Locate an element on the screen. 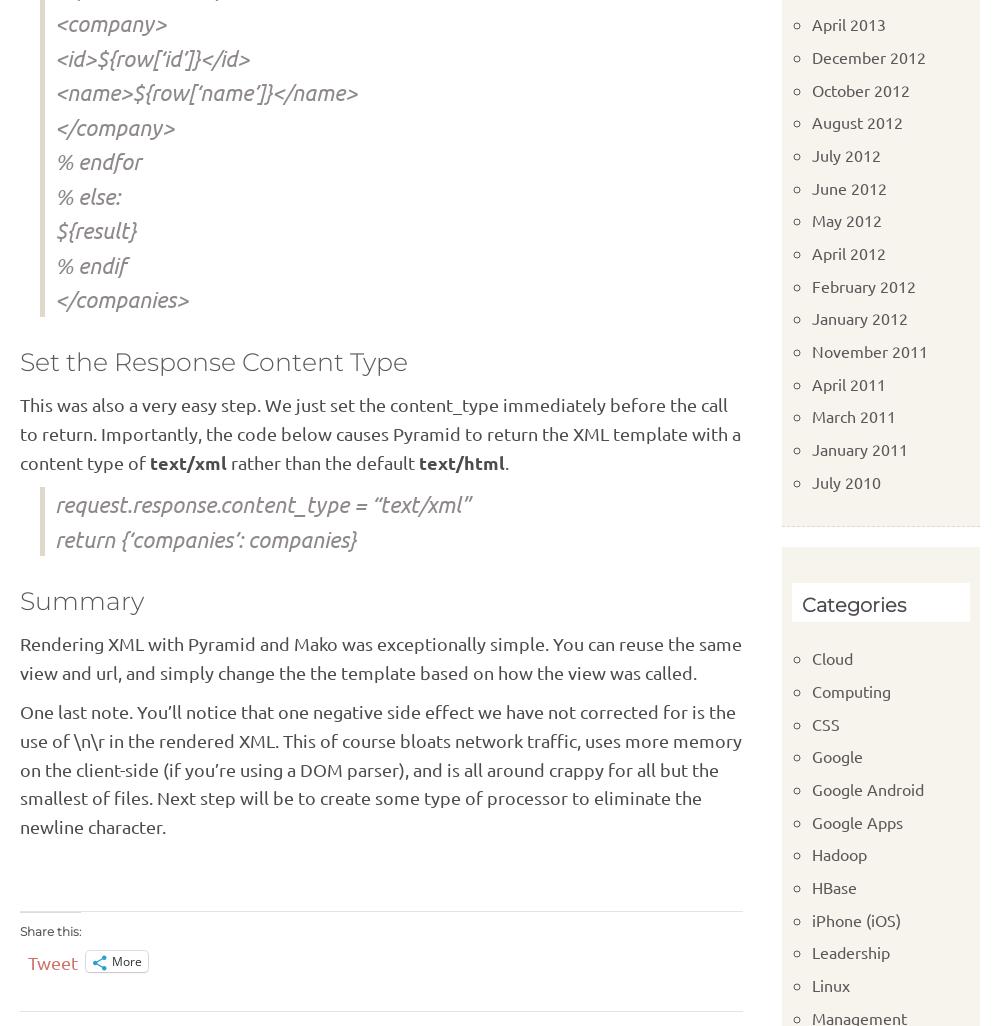  'This was also a very easy step. We just set the content_type immediately before the call to return. Importantly, the code below causes Pyramid to return the XML template with a content type of' is located at coordinates (20, 432).